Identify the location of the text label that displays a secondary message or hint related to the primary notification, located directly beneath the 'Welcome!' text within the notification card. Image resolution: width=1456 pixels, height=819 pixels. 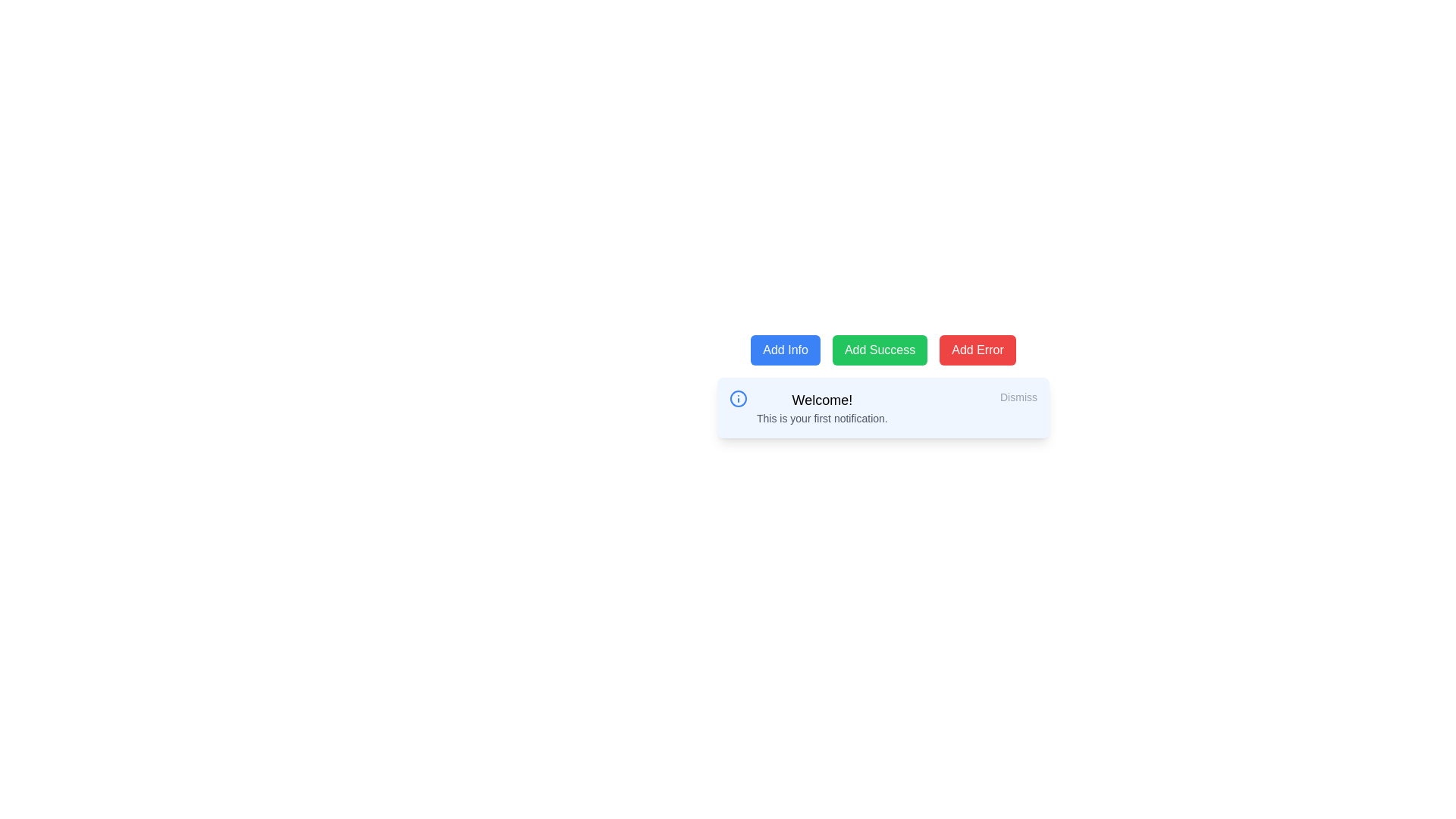
(821, 418).